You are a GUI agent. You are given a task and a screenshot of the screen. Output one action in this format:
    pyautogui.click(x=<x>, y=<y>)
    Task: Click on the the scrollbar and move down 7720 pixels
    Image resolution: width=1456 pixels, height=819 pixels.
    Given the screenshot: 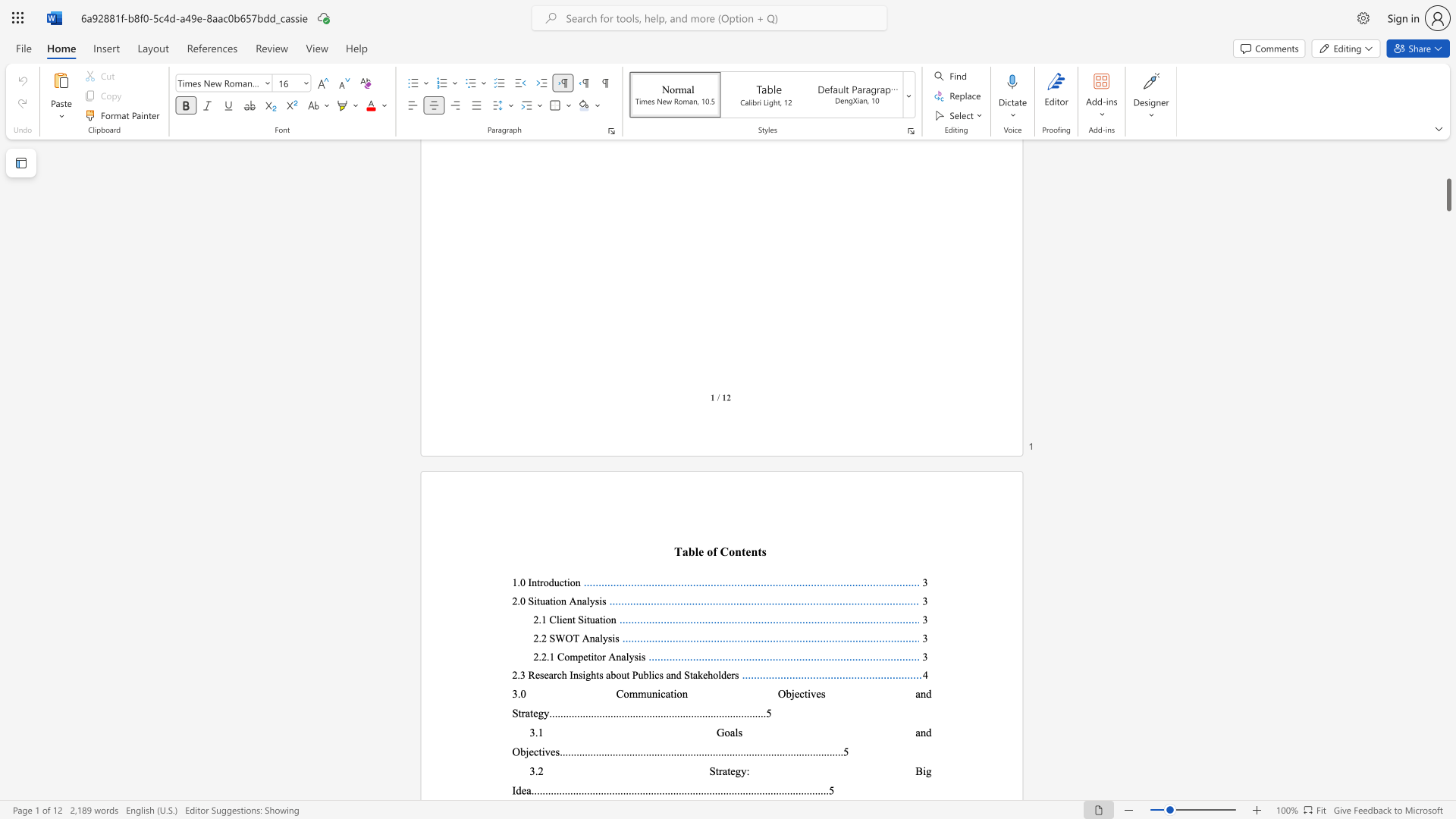 What is the action you would take?
    pyautogui.click(x=1448, y=194)
    